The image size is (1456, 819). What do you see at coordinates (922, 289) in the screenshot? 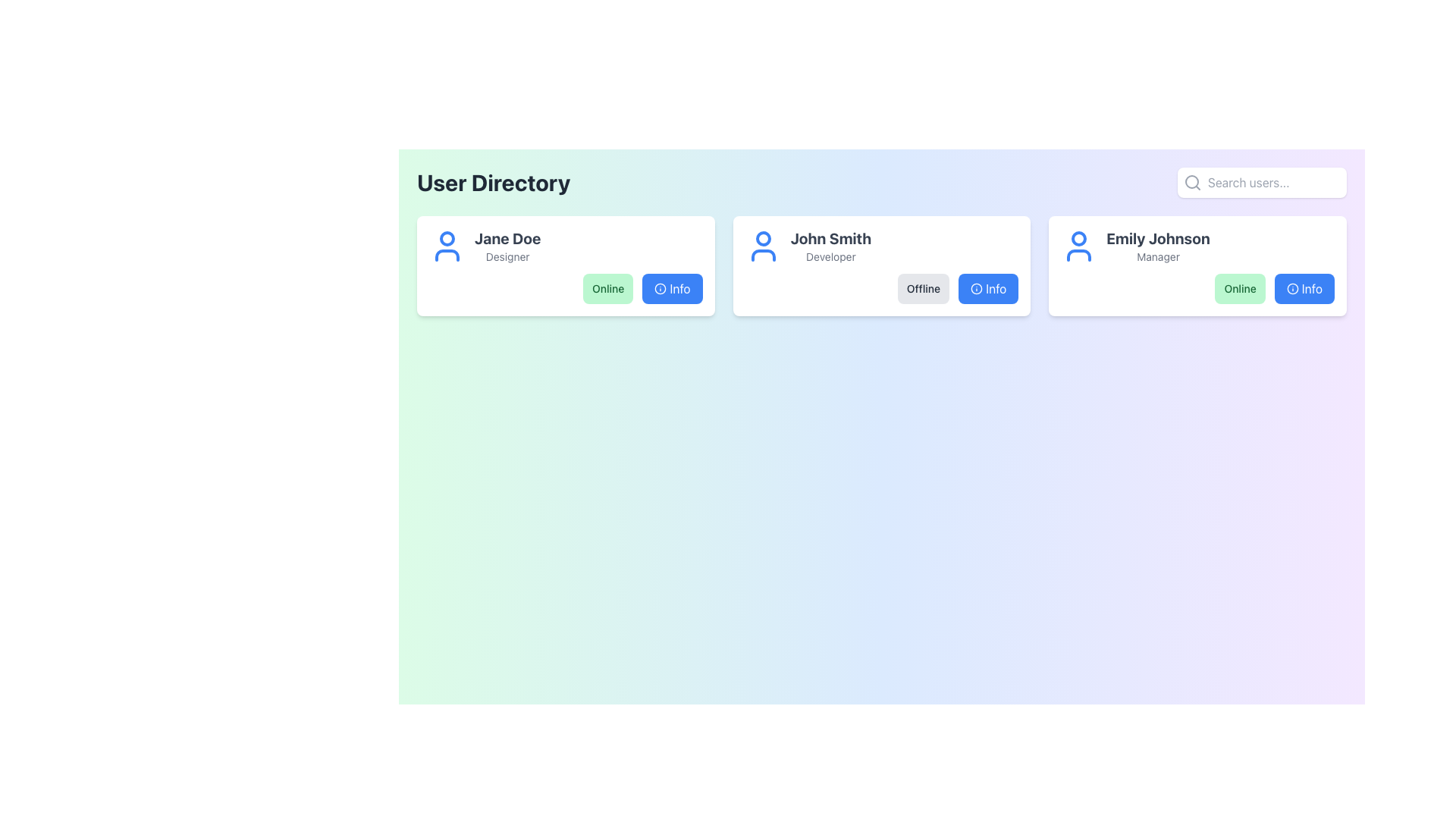
I see `the 'Offline' badge located within the 'John Smith, Developer' card, which has a light gray background and dark gray bold text, to interact with it or reveal additional information` at bounding box center [922, 289].